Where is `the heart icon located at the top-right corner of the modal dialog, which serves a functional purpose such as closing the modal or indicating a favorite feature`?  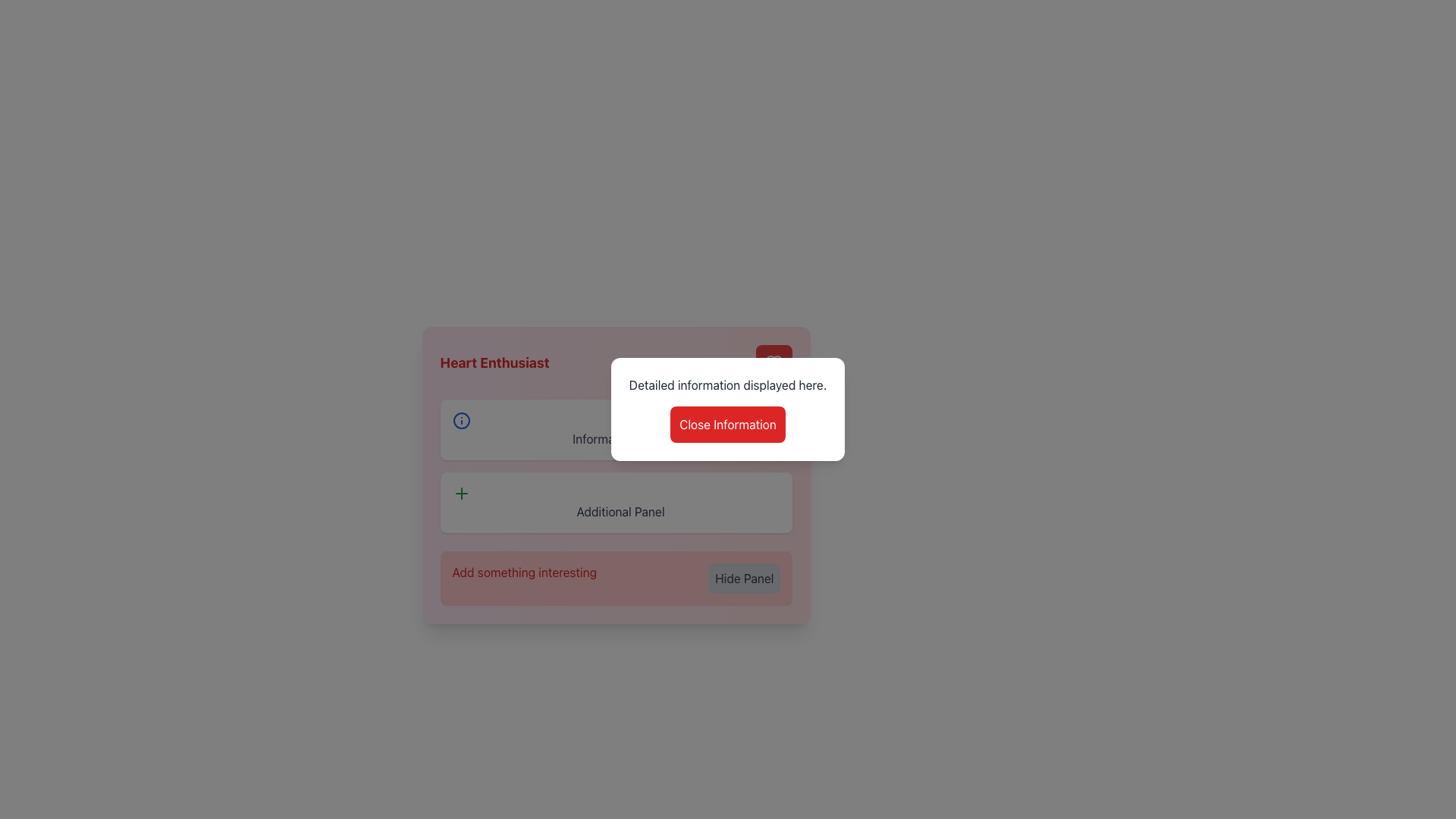 the heart icon located at the top-right corner of the modal dialog, which serves a functional purpose such as closing the modal or indicating a favorite feature is located at coordinates (773, 362).